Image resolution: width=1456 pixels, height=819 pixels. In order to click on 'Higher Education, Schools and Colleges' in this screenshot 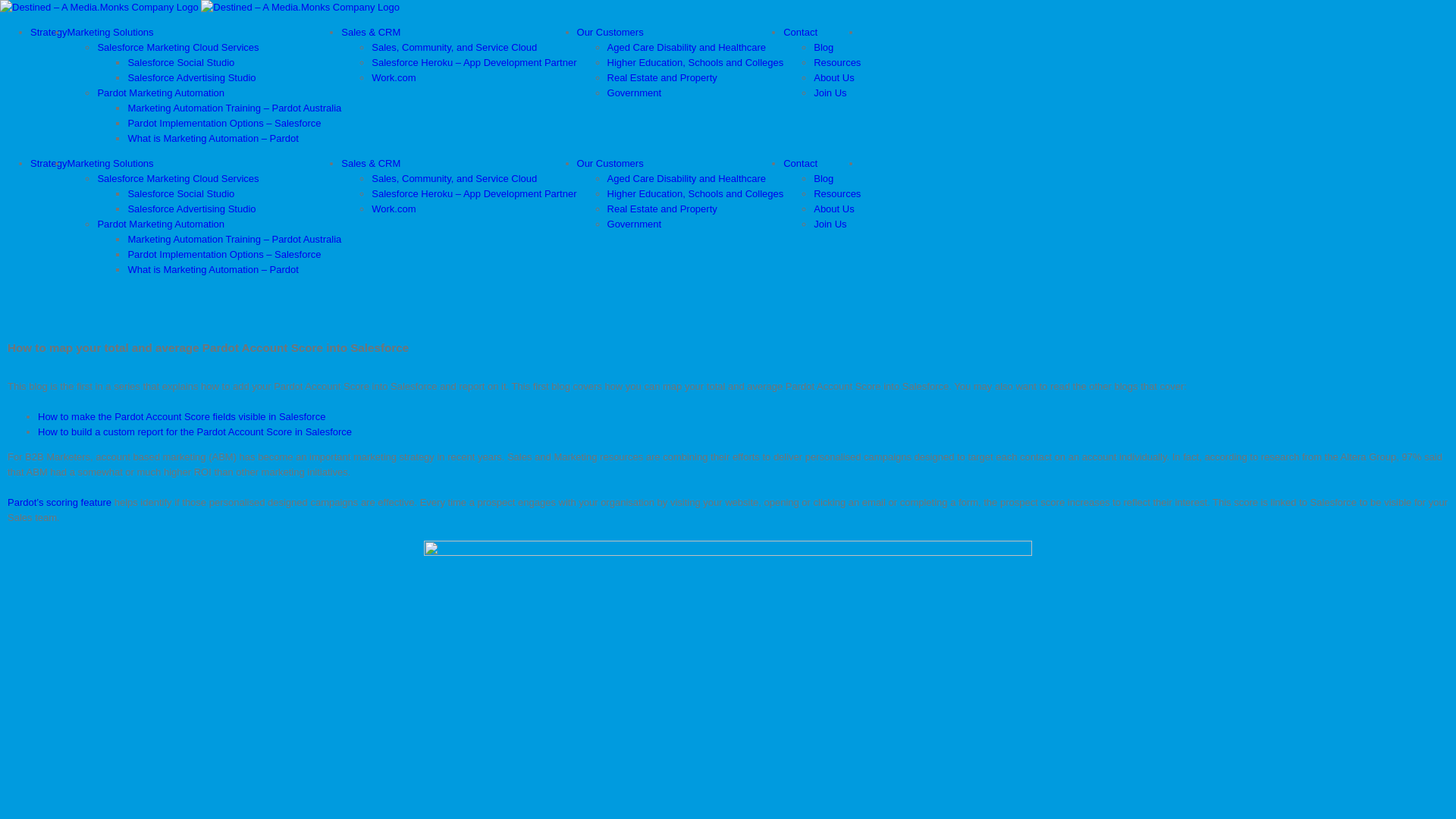, I will do `click(695, 193)`.